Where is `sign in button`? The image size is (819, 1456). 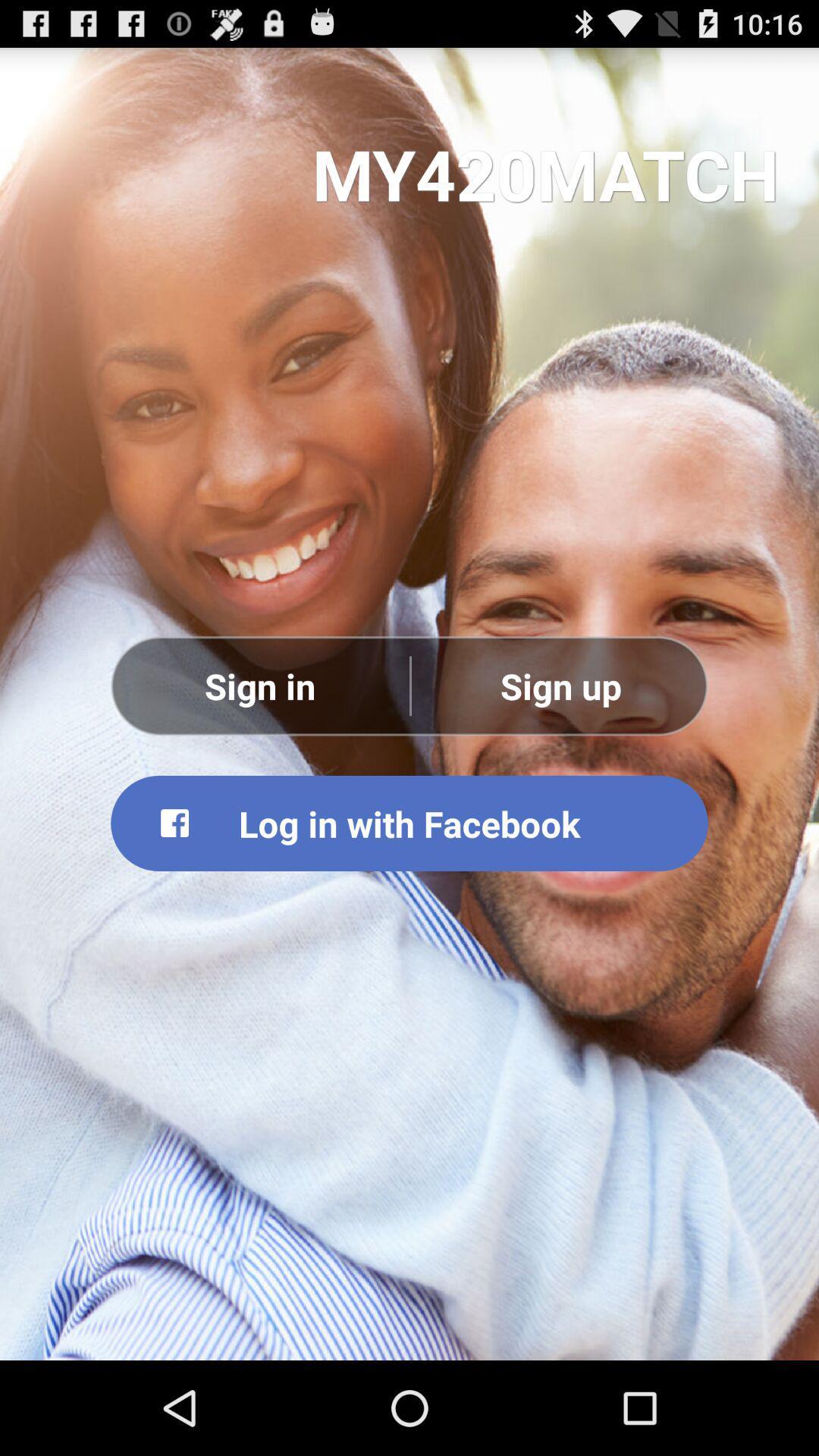
sign in button is located at coordinates (259, 685).